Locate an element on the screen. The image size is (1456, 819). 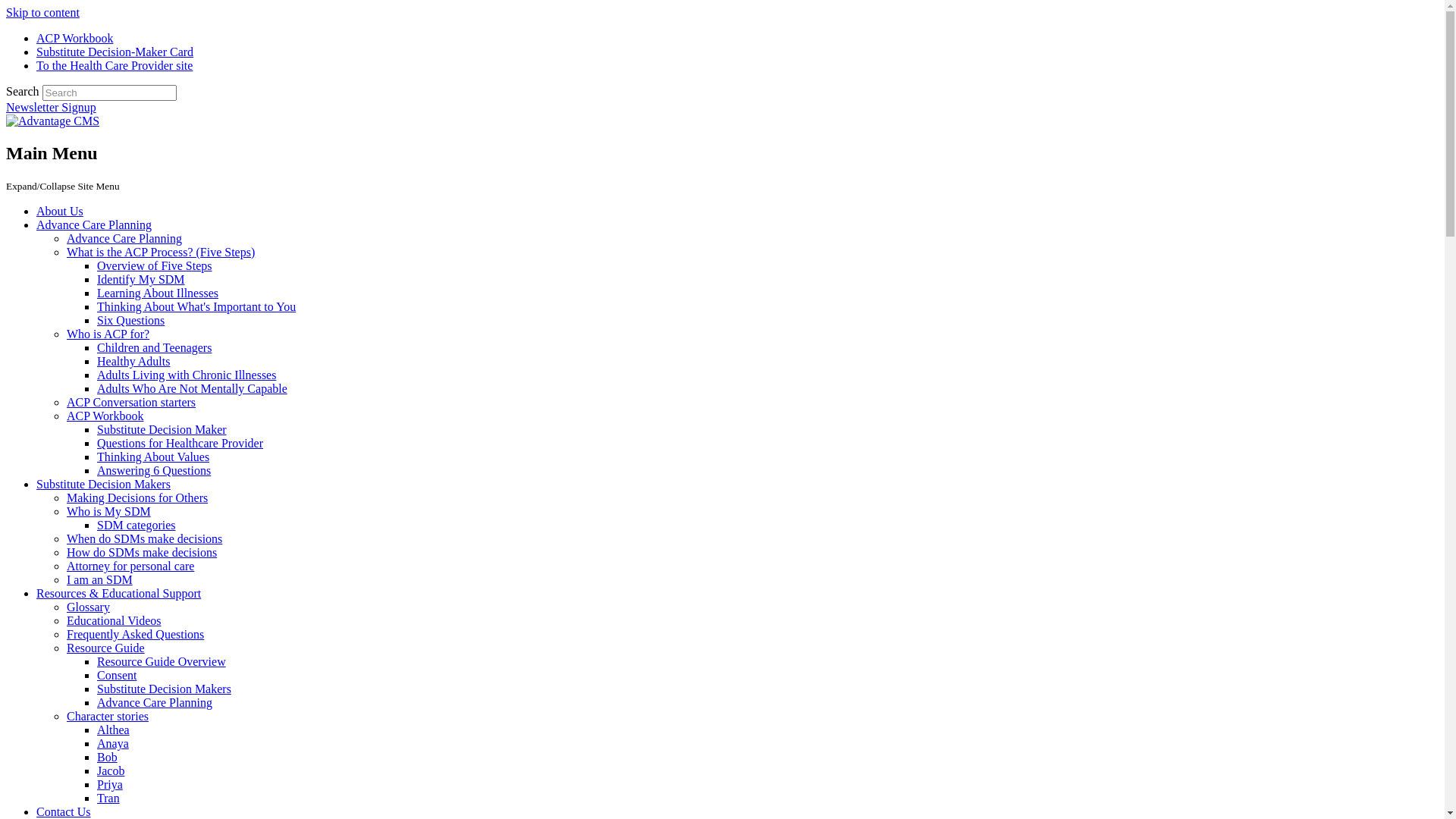
'About Us' is located at coordinates (59, 211).